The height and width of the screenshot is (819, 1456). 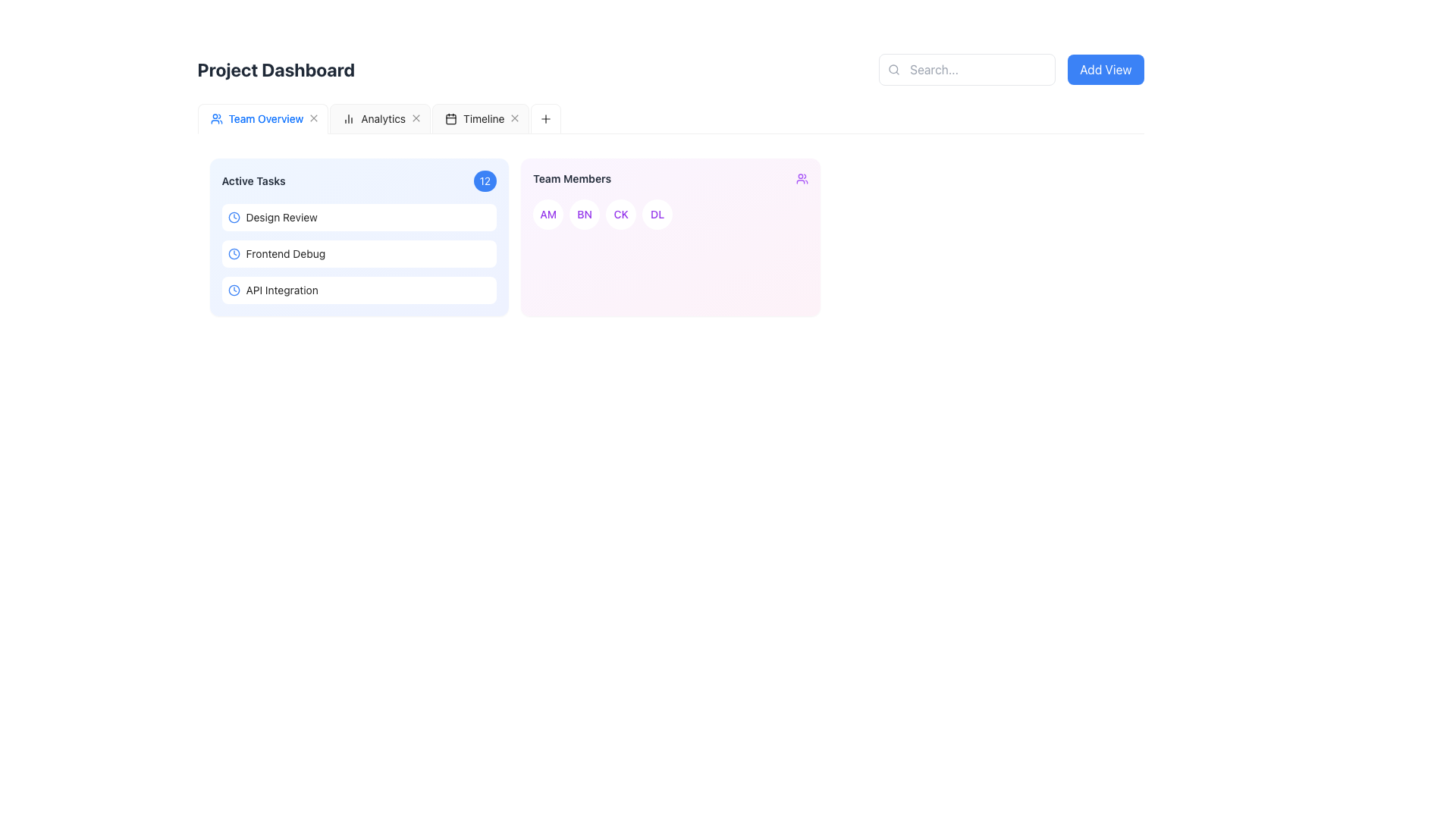 I want to click on the 'close' icon located on the right side of the 'Timeline' tab at the top of the dashboard, so click(x=515, y=118).